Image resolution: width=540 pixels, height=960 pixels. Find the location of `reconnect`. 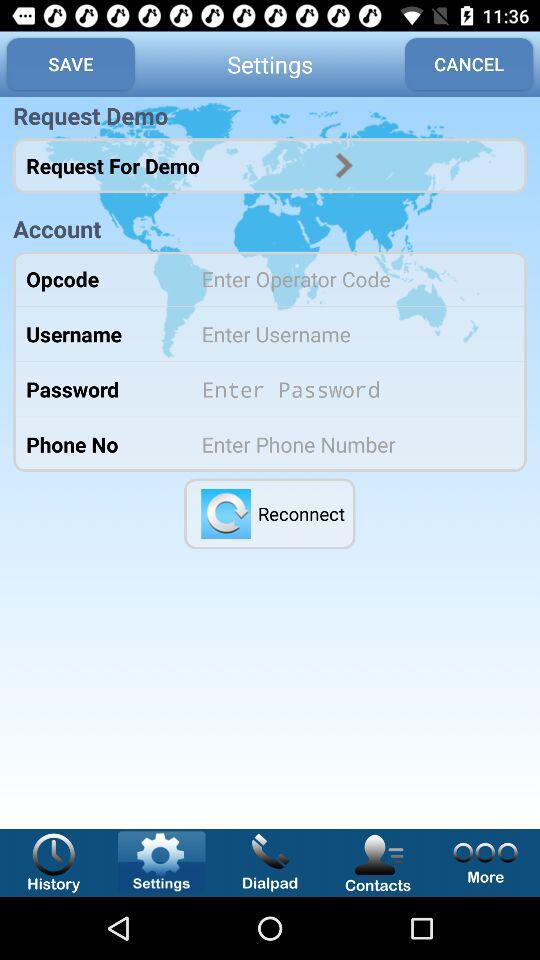

reconnect is located at coordinates (225, 512).